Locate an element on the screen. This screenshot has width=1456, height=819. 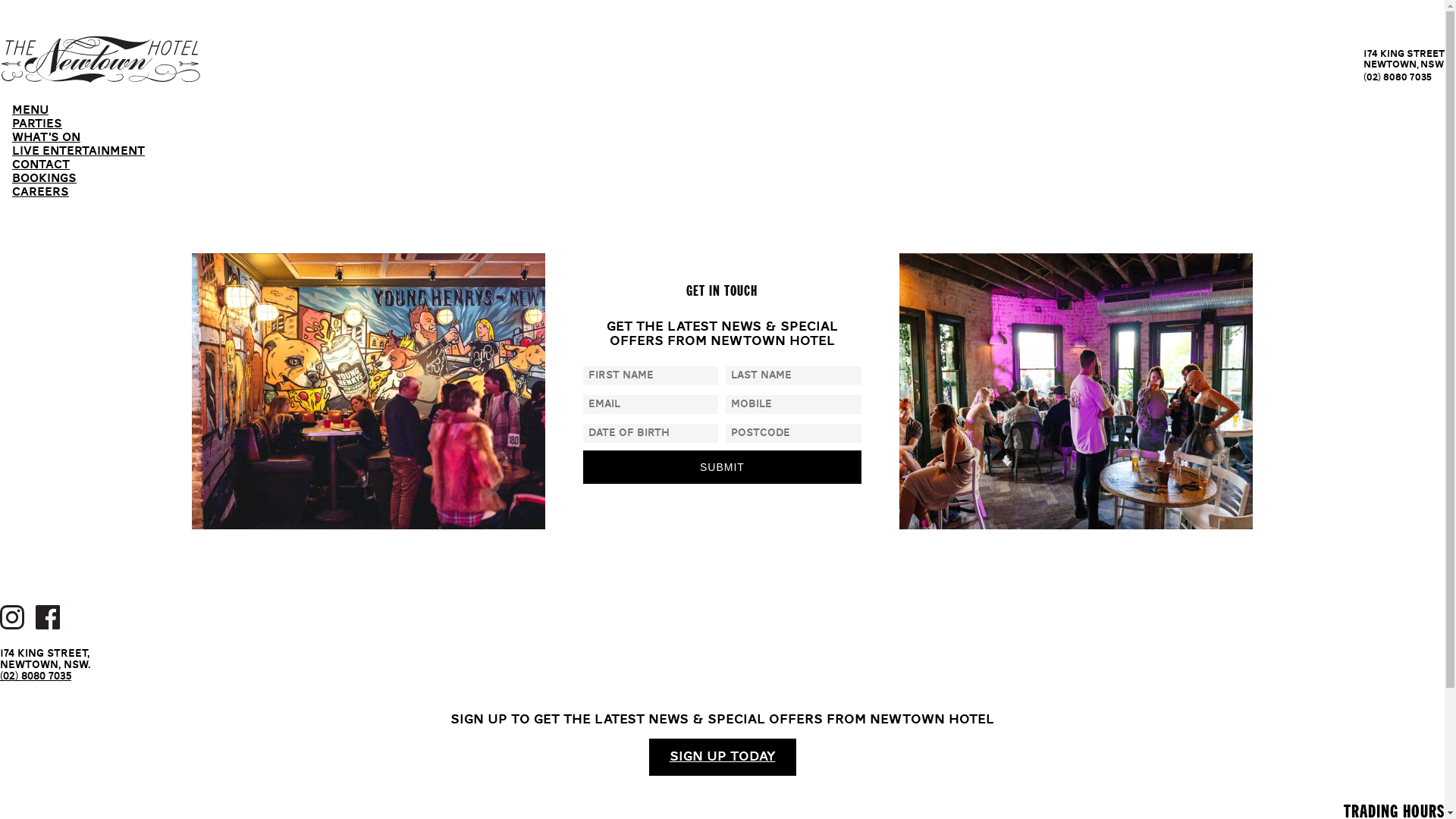
'Submit' is located at coordinates (721, 466).